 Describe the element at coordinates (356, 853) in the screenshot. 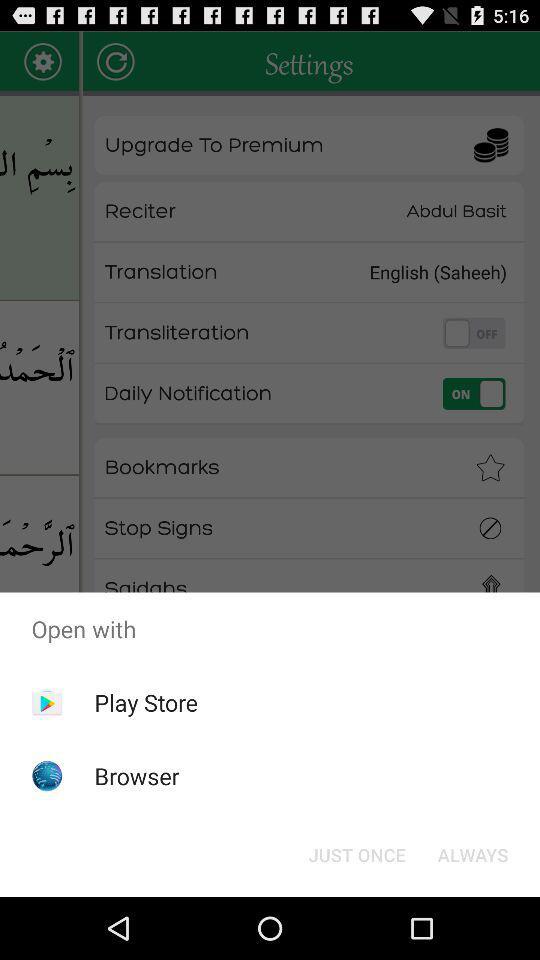

I see `item next to always item` at that location.